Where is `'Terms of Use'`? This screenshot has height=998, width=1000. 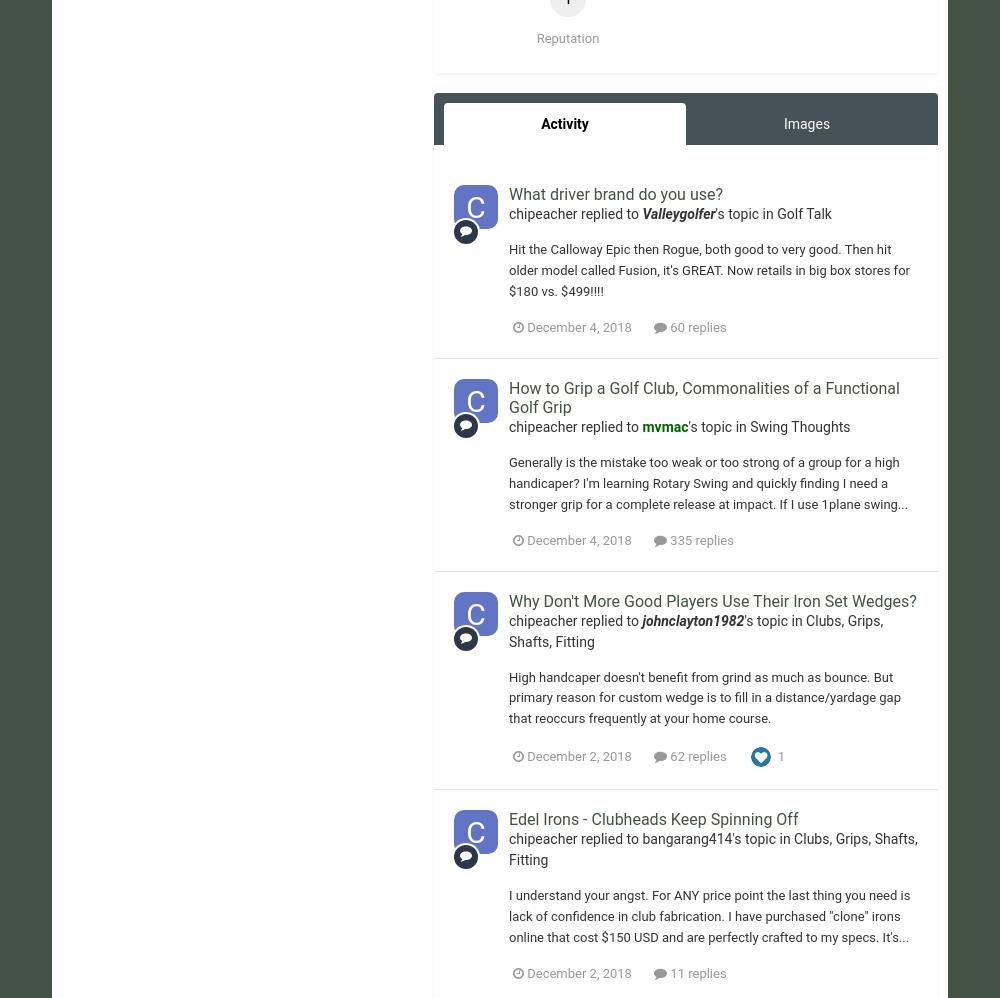 'Terms of Use' is located at coordinates (792, 355).